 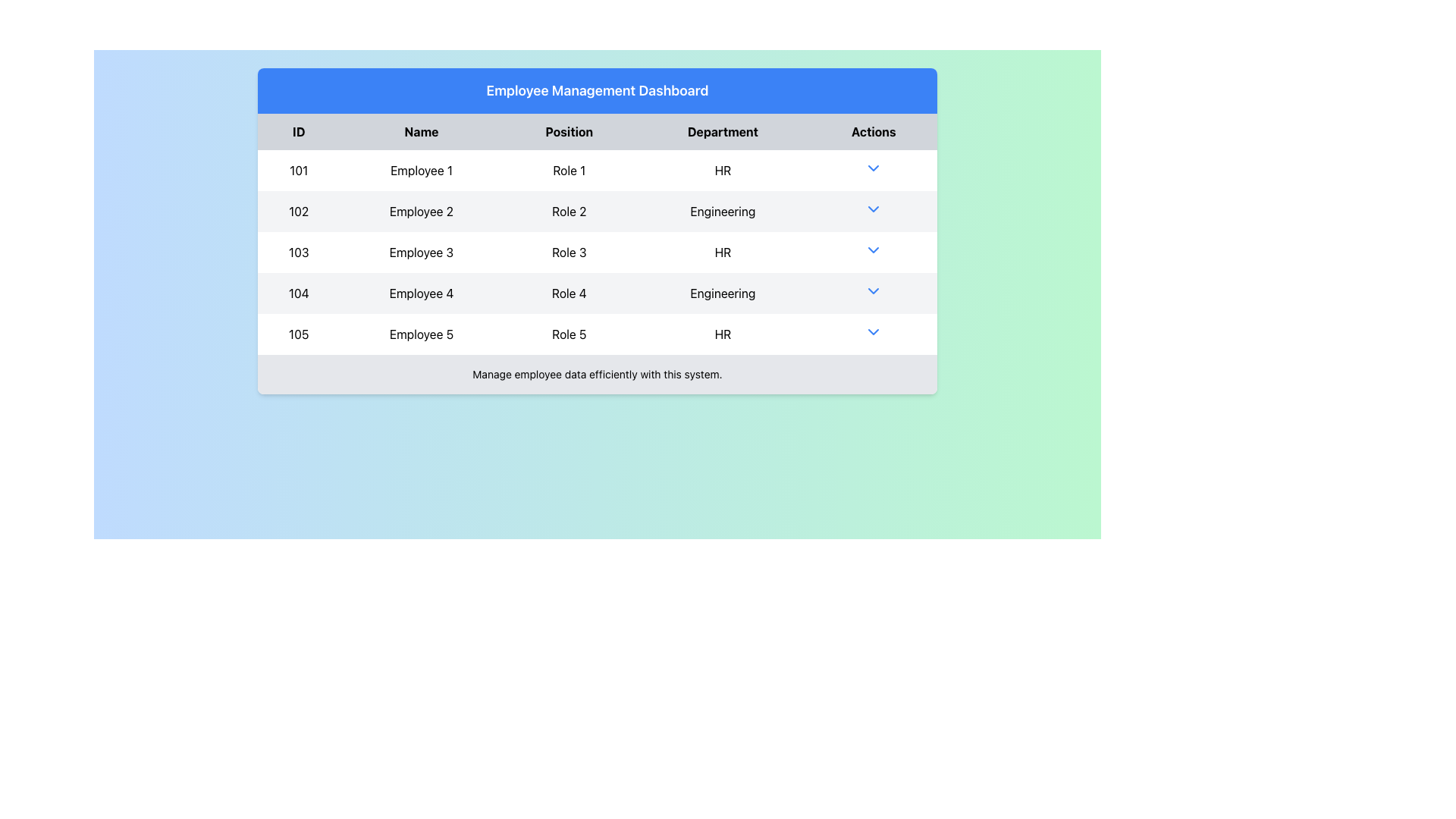 What do you see at coordinates (722, 211) in the screenshot?
I see `the 'Engineering' text label in the Department column of the Employee 2 row, which serves as reference information within the table layout` at bounding box center [722, 211].